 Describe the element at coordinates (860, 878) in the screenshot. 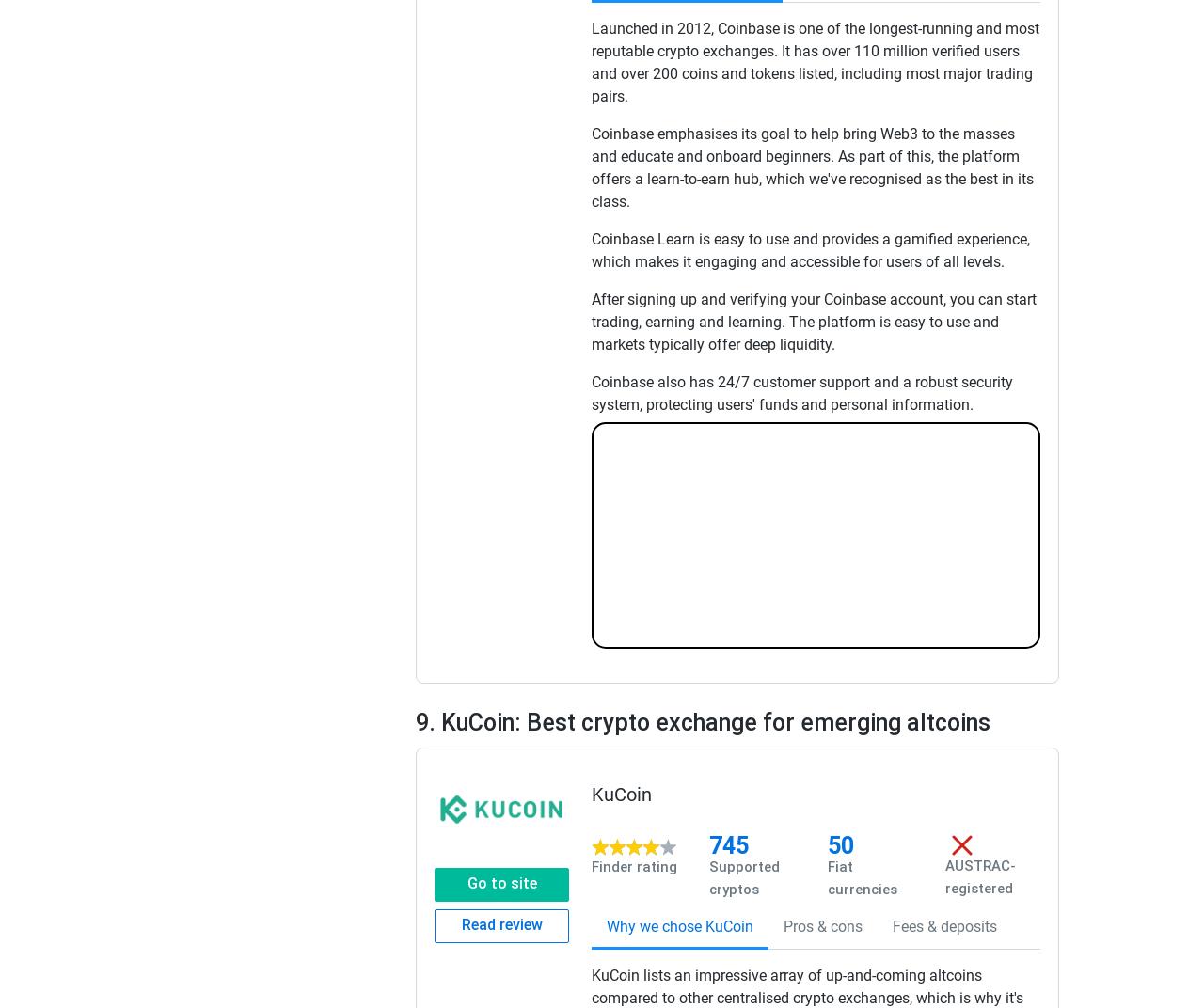

I see `'Fiat currencies'` at that location.